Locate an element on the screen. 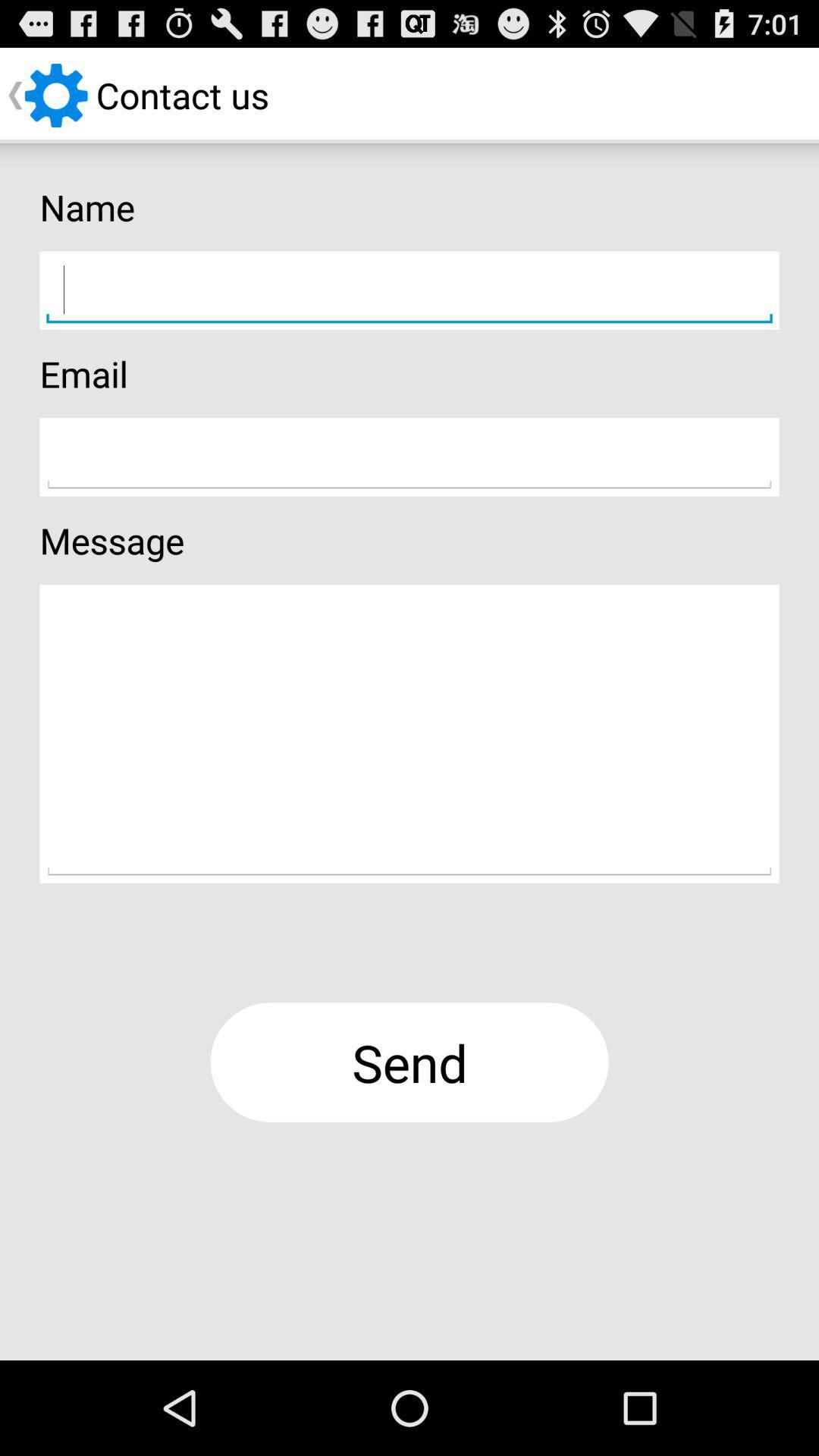 This screenshot has height=1456, width=819. contact message is located at coordinates (409, 733).